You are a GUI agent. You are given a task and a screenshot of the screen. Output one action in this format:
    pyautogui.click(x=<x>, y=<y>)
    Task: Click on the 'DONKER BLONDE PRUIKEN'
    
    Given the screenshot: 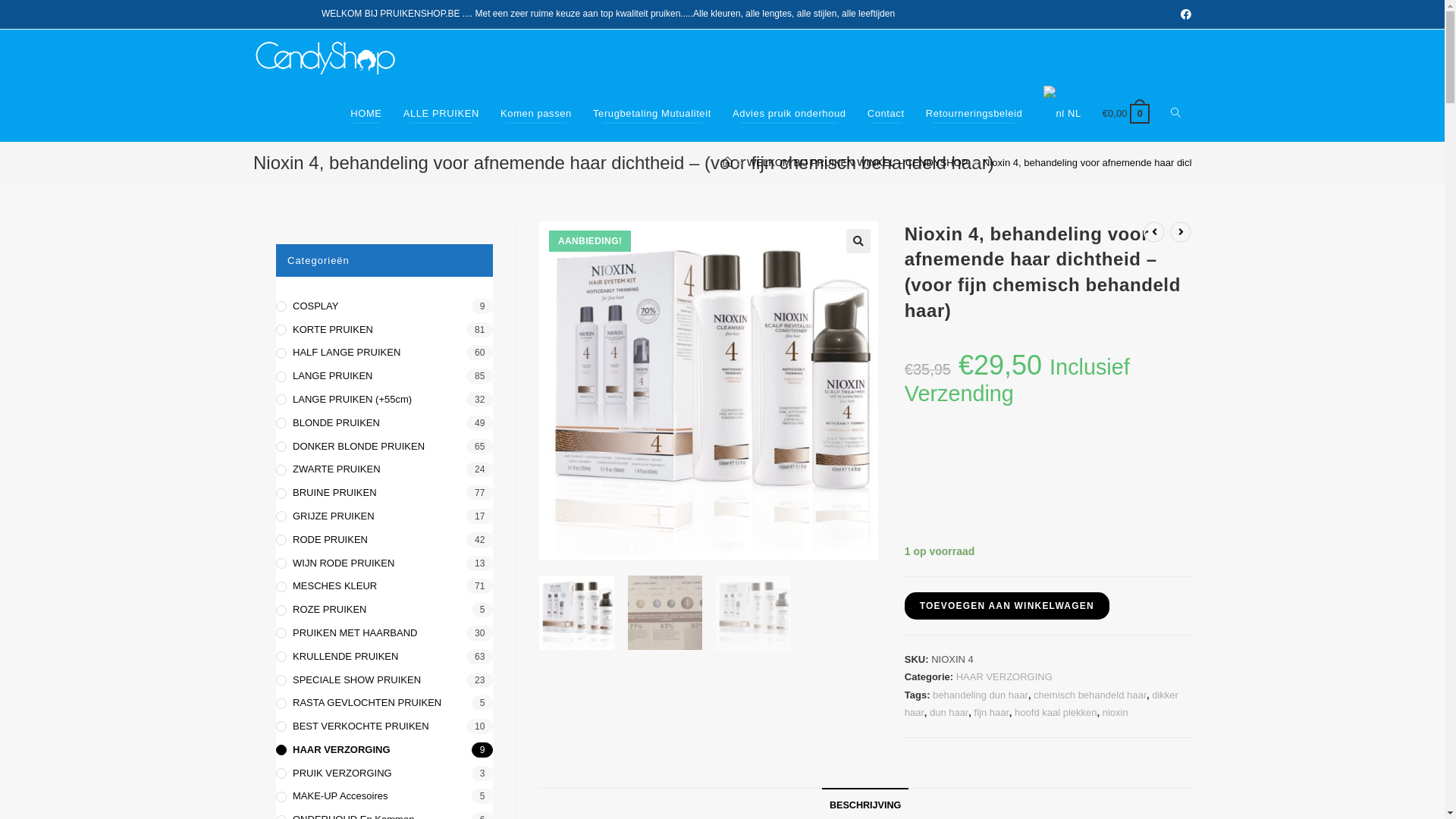 What is the action you would take?
    pyautogui.click(x=276, y=446)
    